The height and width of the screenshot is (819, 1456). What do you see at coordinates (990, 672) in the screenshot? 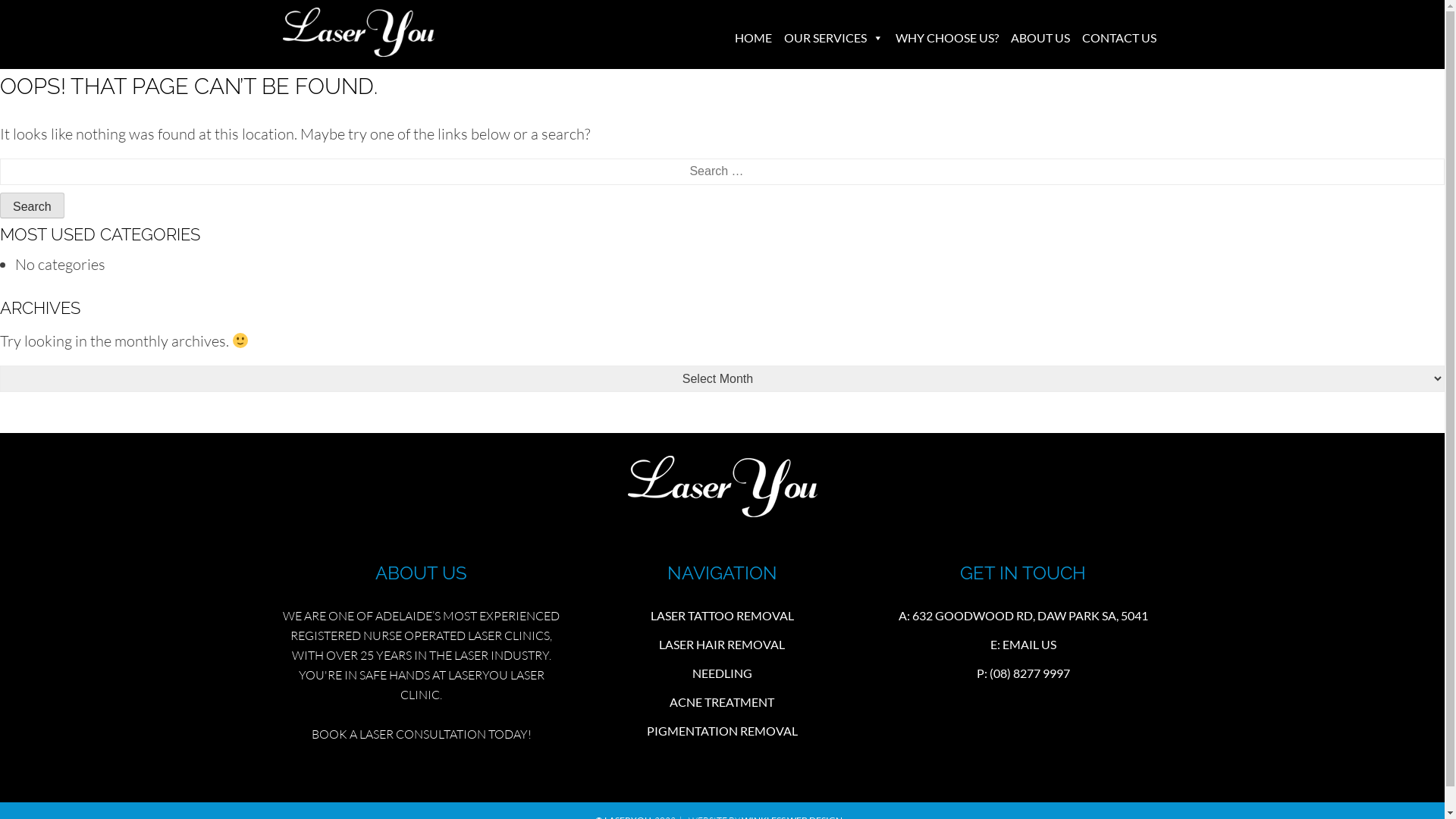
I see `'(08) 8277 9997'` at bounding box center [990, 672].